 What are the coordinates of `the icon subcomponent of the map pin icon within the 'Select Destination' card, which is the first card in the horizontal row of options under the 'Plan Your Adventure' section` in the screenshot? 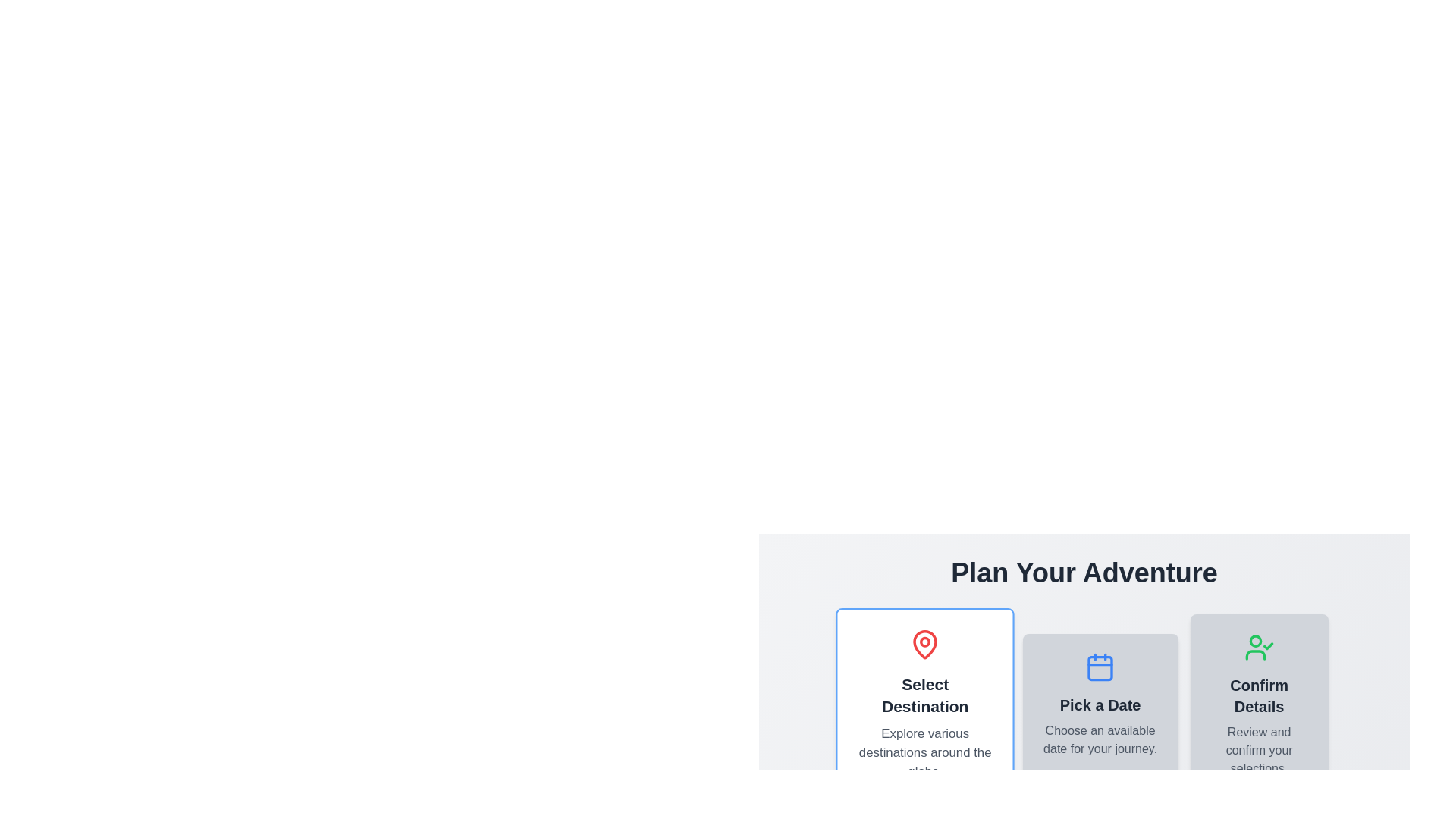 It's located at (924, 642).